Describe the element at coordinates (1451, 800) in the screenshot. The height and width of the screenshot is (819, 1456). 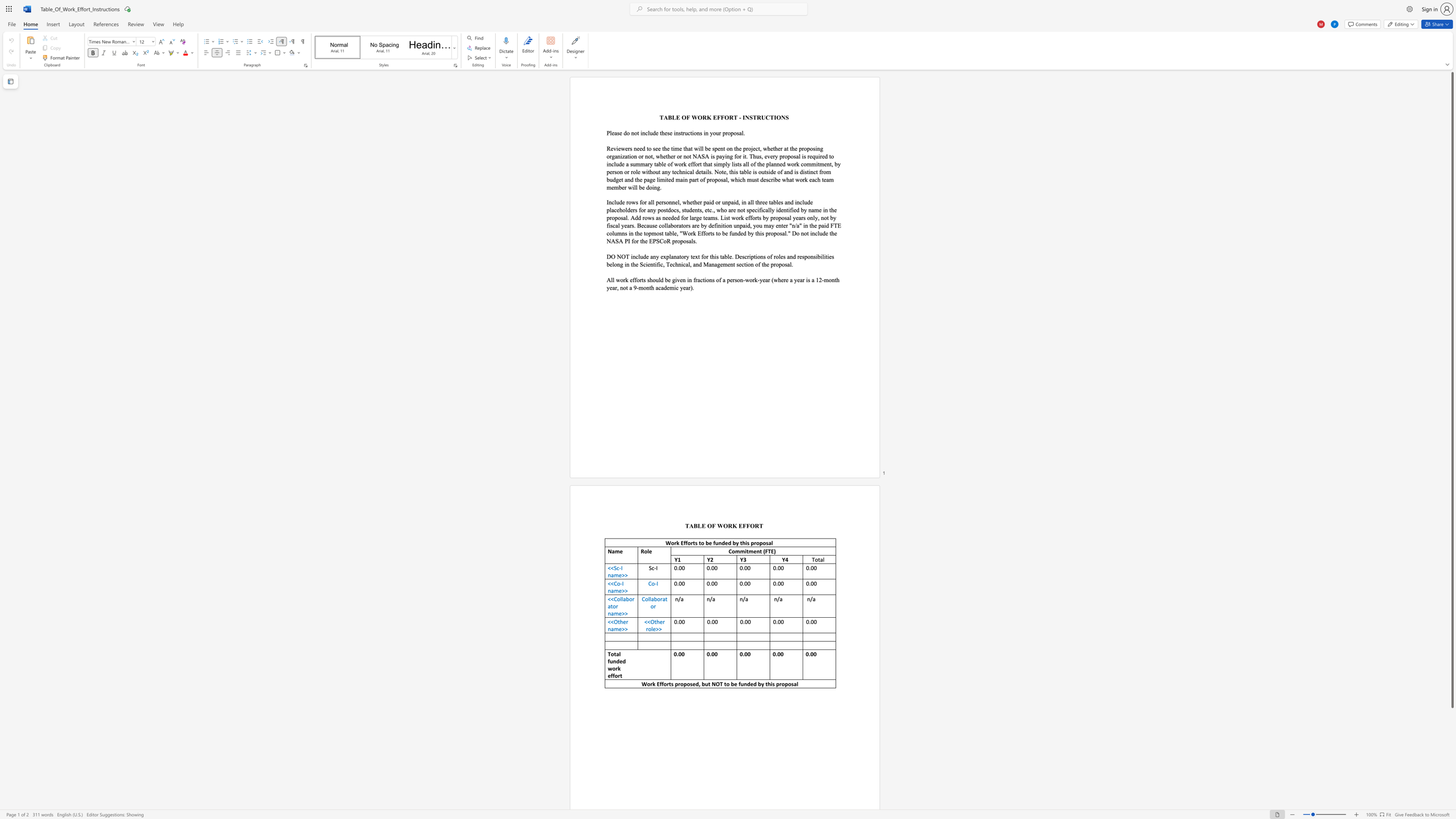
I see `the scrollbar to move the content lower` at that location.